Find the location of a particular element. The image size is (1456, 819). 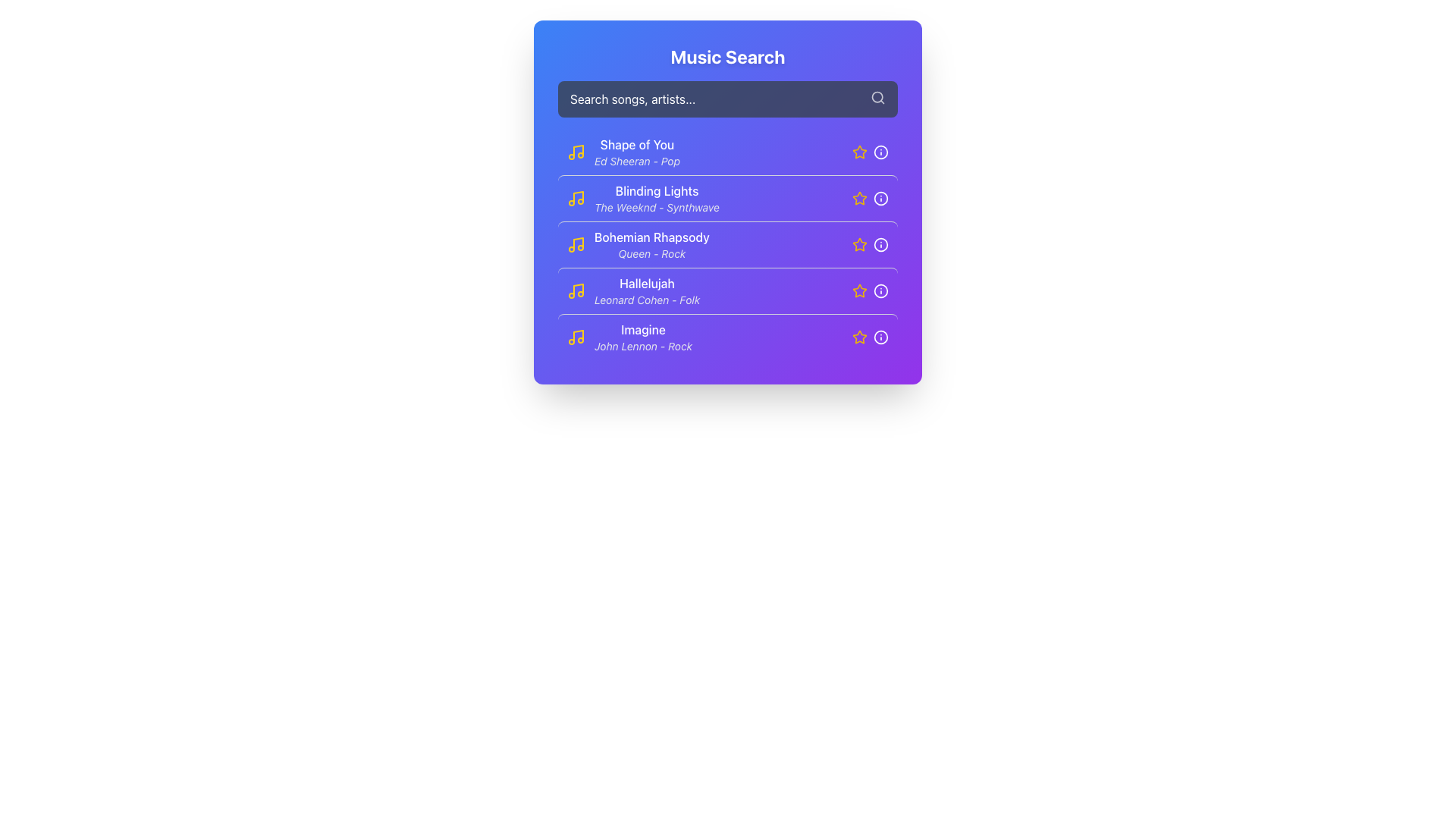

vertical line of the musical note icon styled in yellow, located next to the text 'Bohemian Rhapsody' in the third row of the song list is located at coordinates (578, 242).